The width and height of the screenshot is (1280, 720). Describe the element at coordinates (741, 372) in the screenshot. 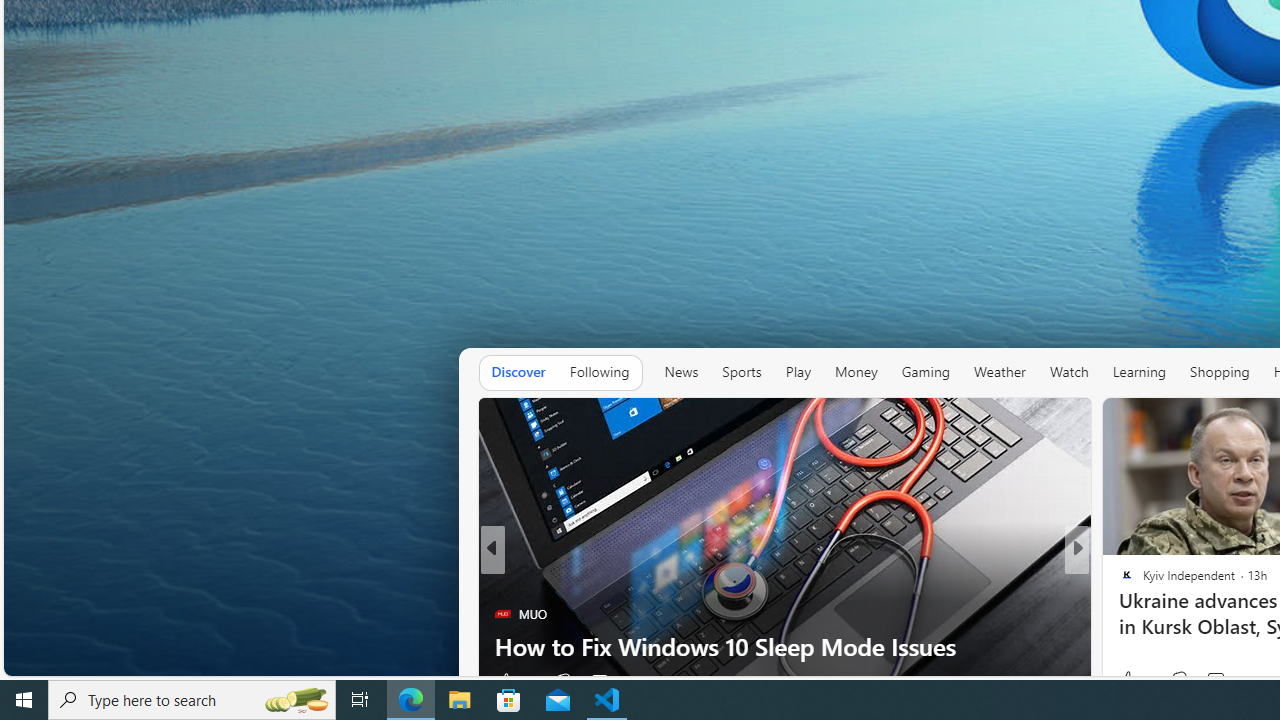

I see `'Sports'` at that location.